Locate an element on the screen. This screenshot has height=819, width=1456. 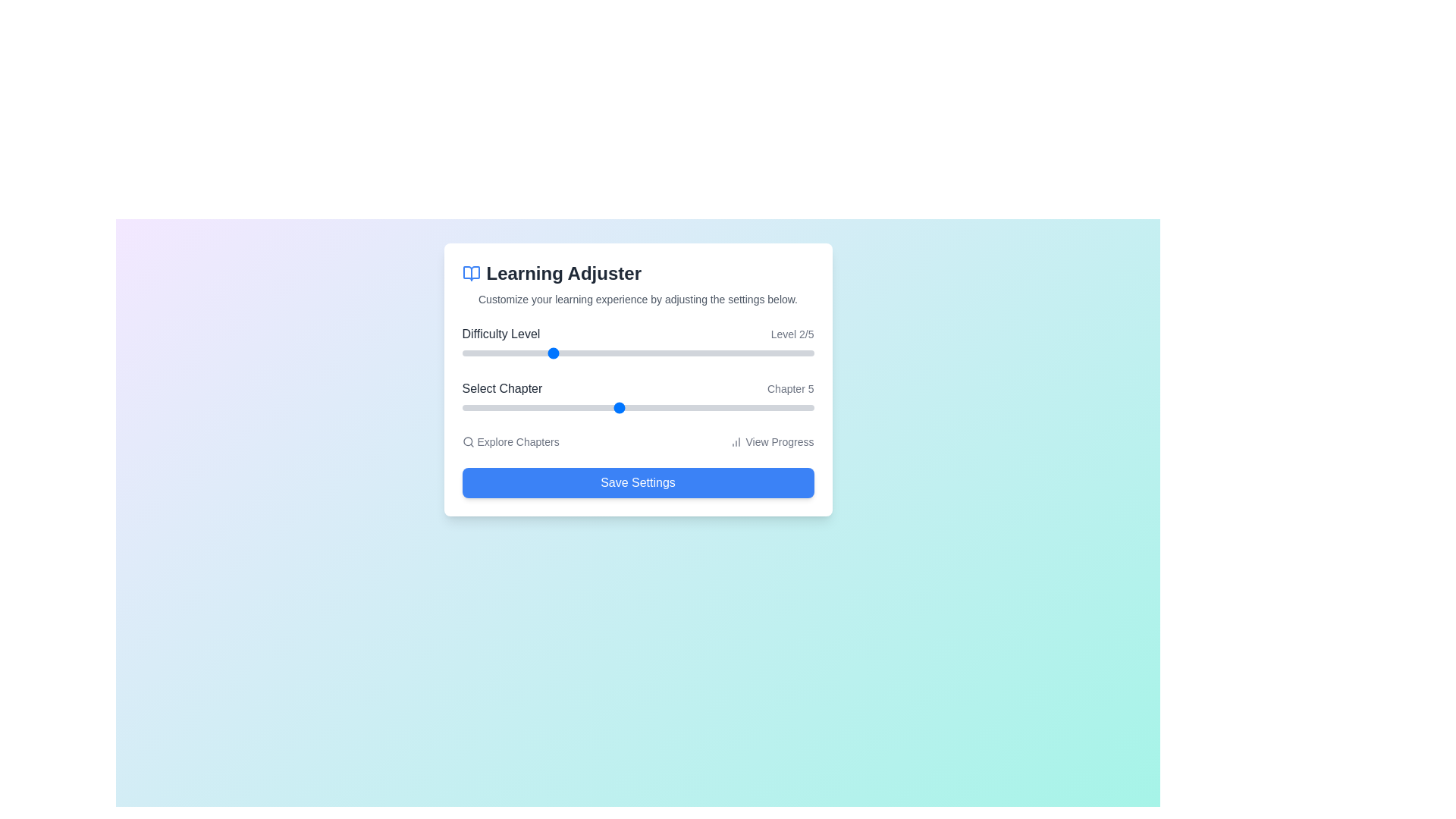
the static text label displaying 'Level 2/5', which is located to the right of the 'Difficulty Level' slider is located at coordinates (792, 333).